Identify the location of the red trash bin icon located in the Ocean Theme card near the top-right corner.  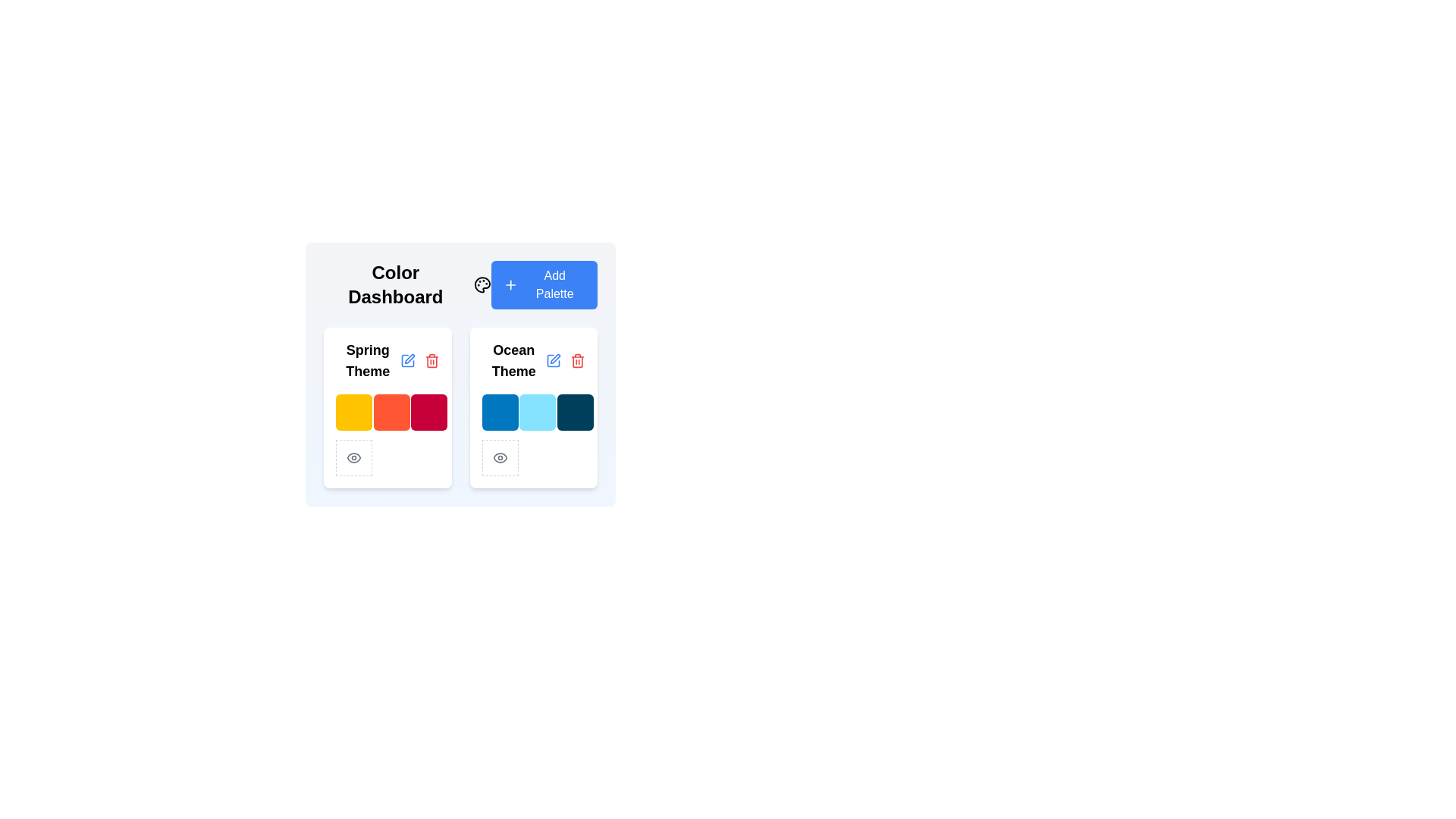
(564, 360).